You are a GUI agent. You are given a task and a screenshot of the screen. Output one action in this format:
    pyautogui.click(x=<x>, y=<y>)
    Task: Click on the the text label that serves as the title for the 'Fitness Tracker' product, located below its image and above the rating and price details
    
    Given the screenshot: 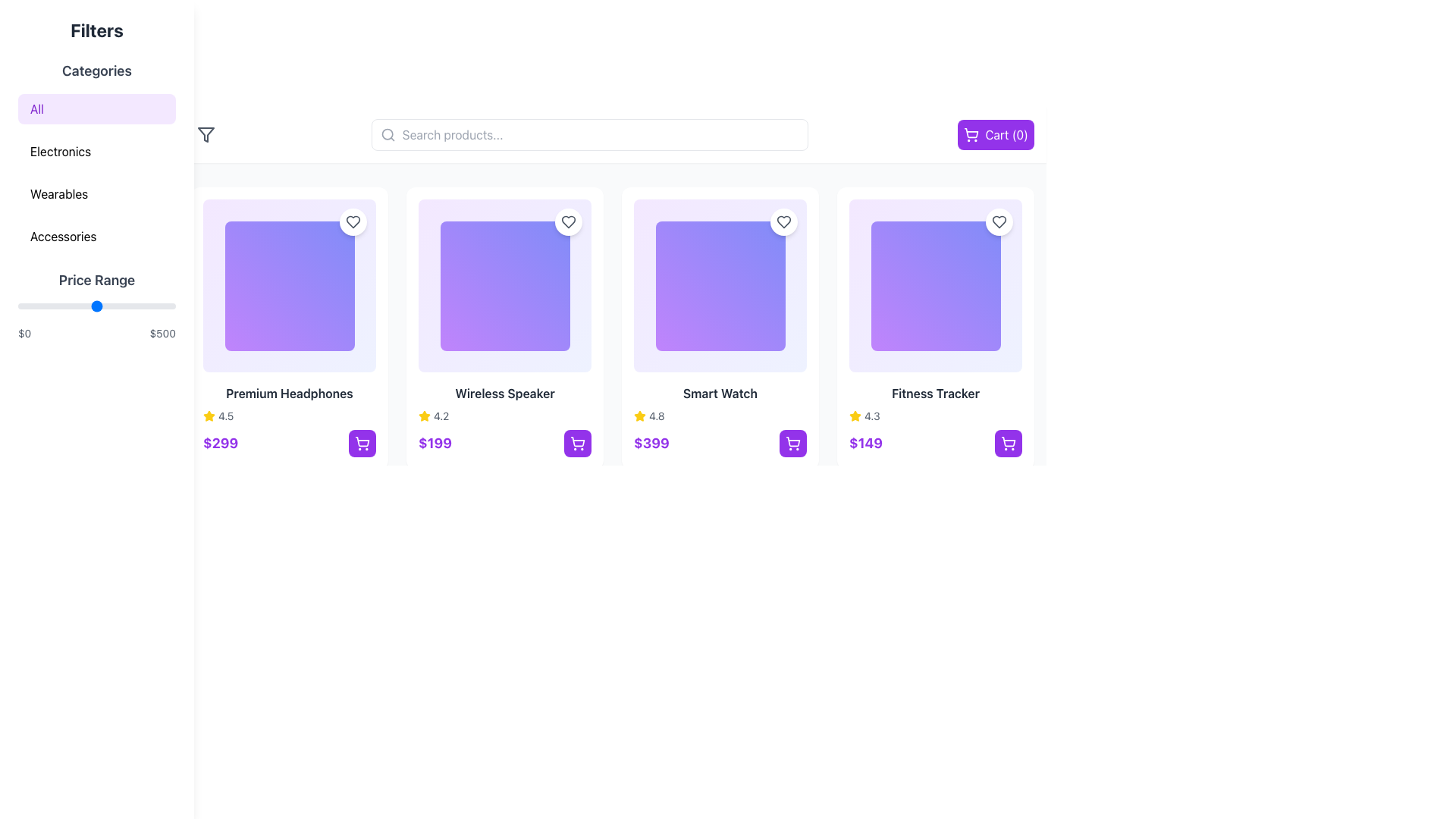 What is the action you would take?
    pyautogui.click(x=934, y=393)
    